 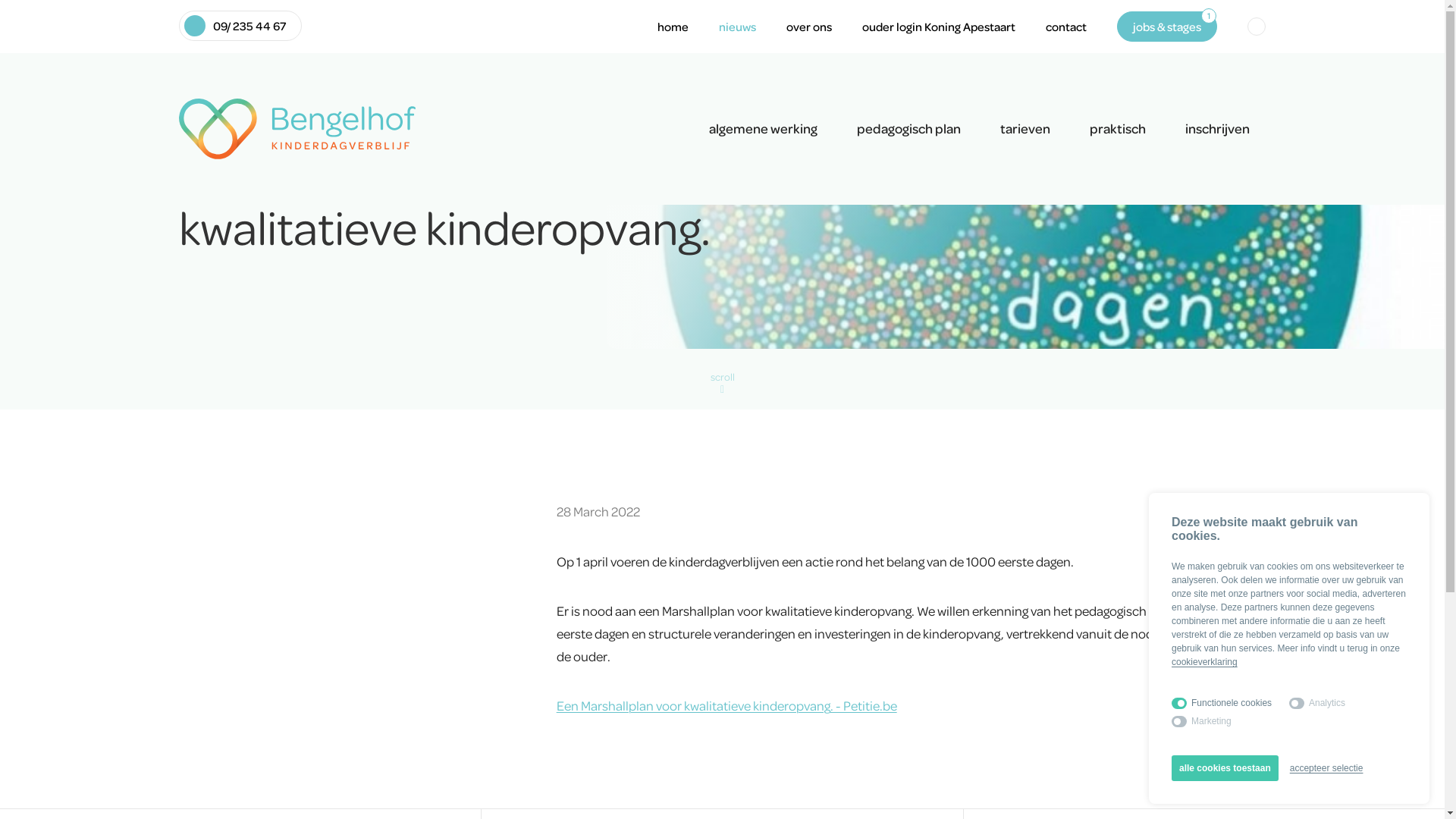 What do you see at coordinates (1217, 127) in the screenshot?
I see `'inschrijven'` at bounding box center [1217, 127].